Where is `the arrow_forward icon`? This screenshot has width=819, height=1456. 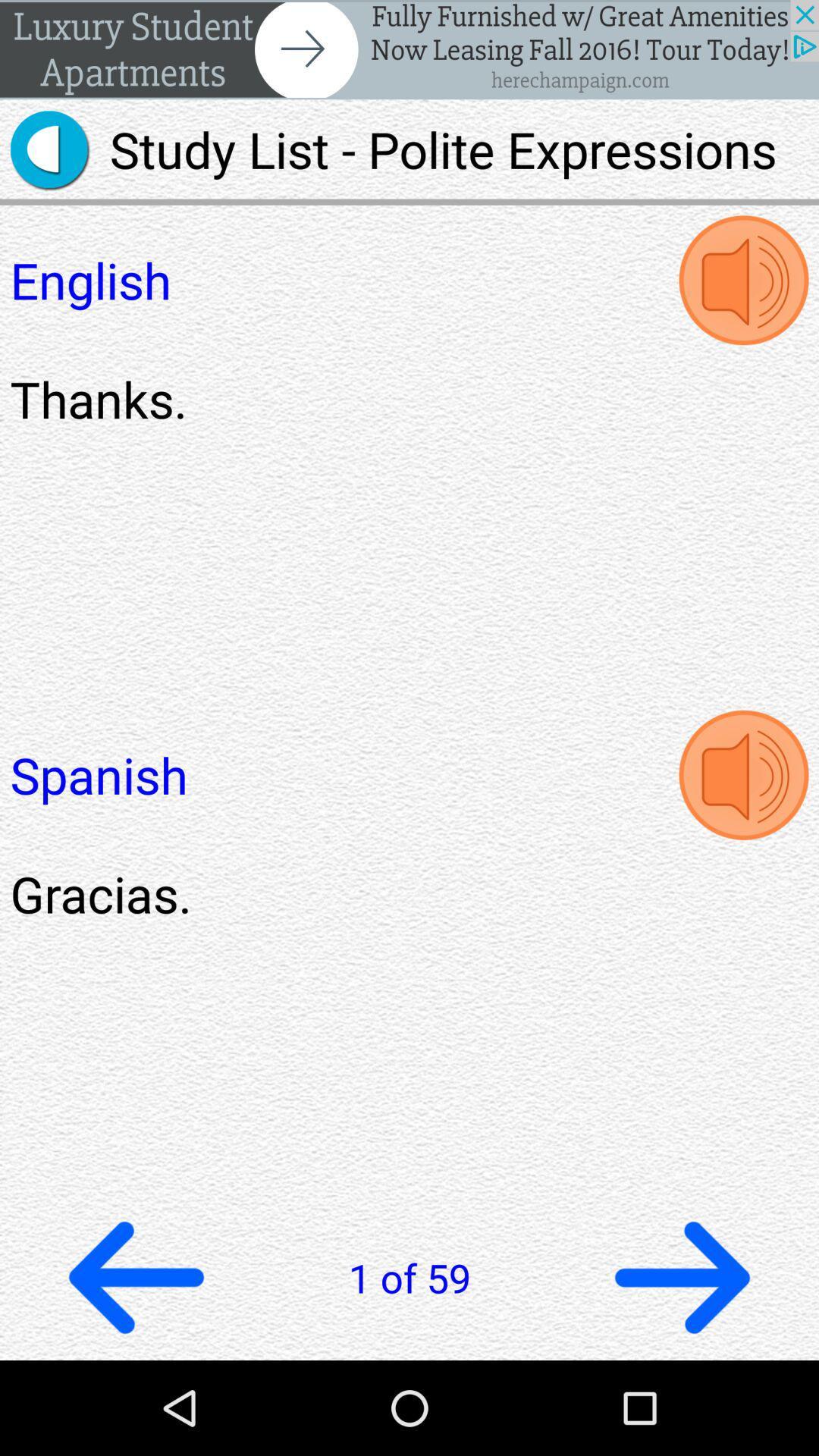 the arrow_forward icon is located at coordinates (681, 1367).